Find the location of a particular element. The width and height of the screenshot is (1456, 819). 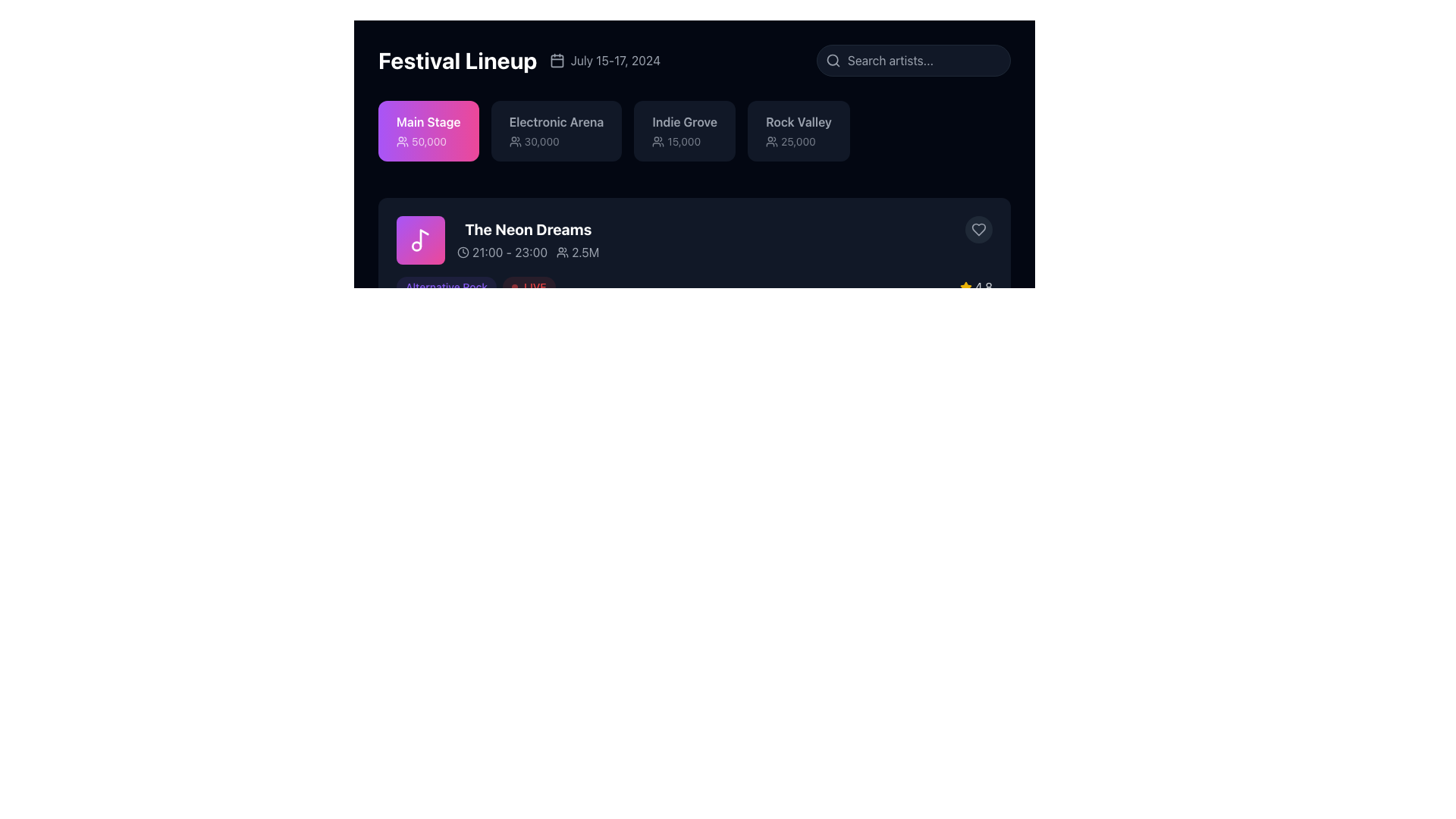

the 'Main Stage' label element, which serves as an informational title identifying the main stage section within the lineup is located at coordinates (428, 121).